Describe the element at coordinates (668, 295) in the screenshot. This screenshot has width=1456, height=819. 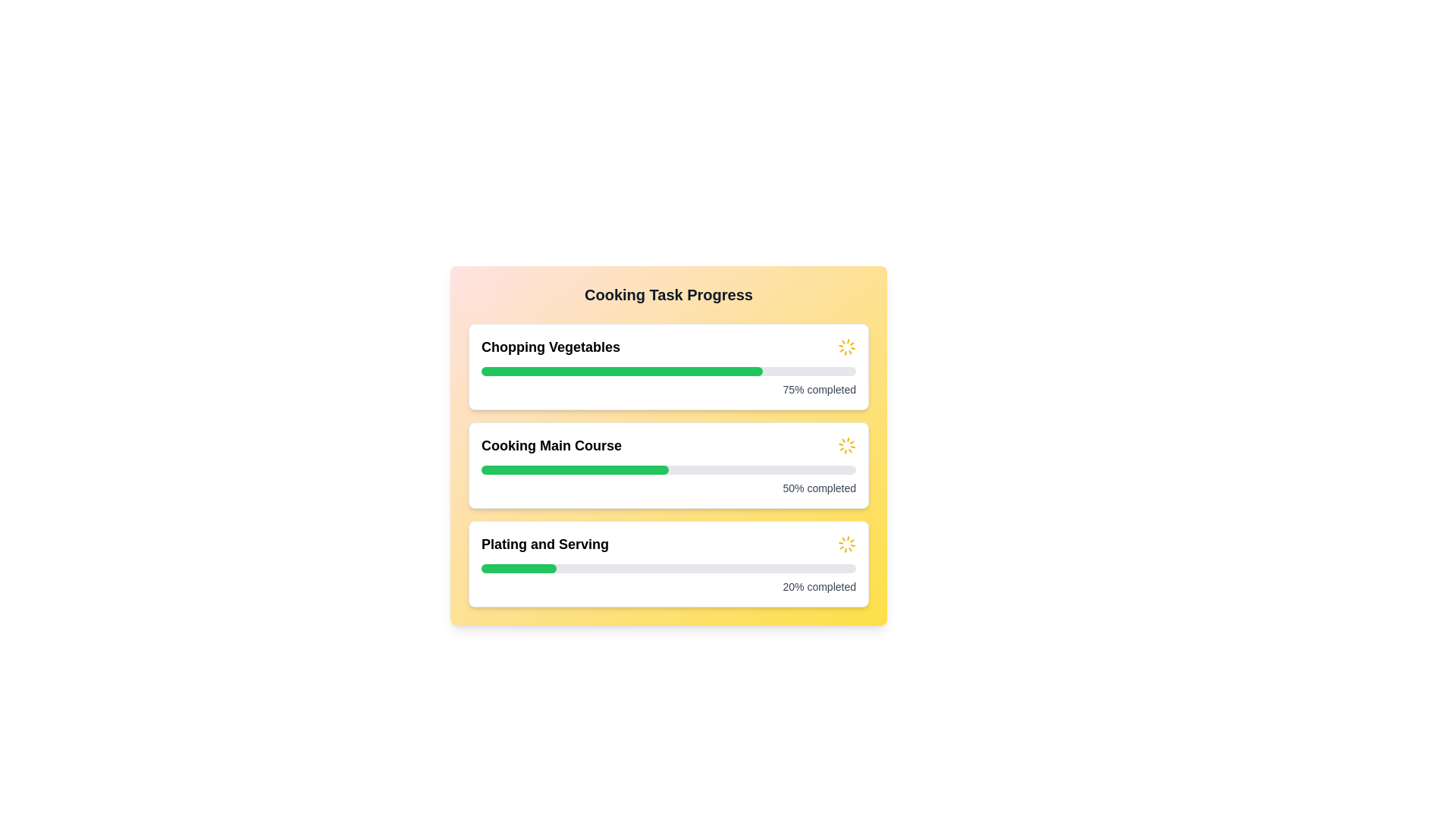
I see `the text label indicating 'Cooking Task Progress', which serves as a section header for the content below` at that location.